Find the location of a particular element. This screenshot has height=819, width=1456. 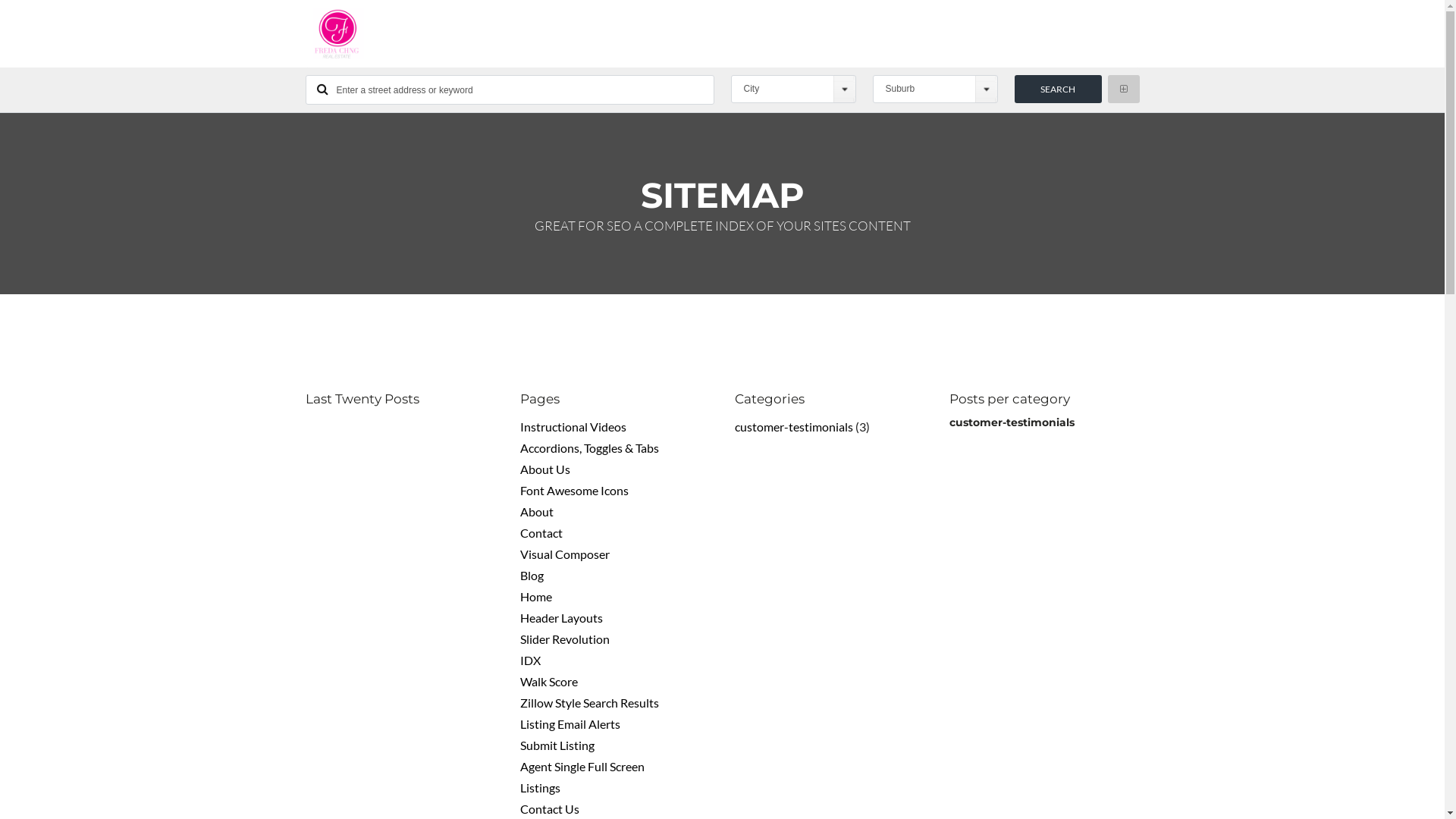

'customer-testimonials' is located at coordinates (792, 426).